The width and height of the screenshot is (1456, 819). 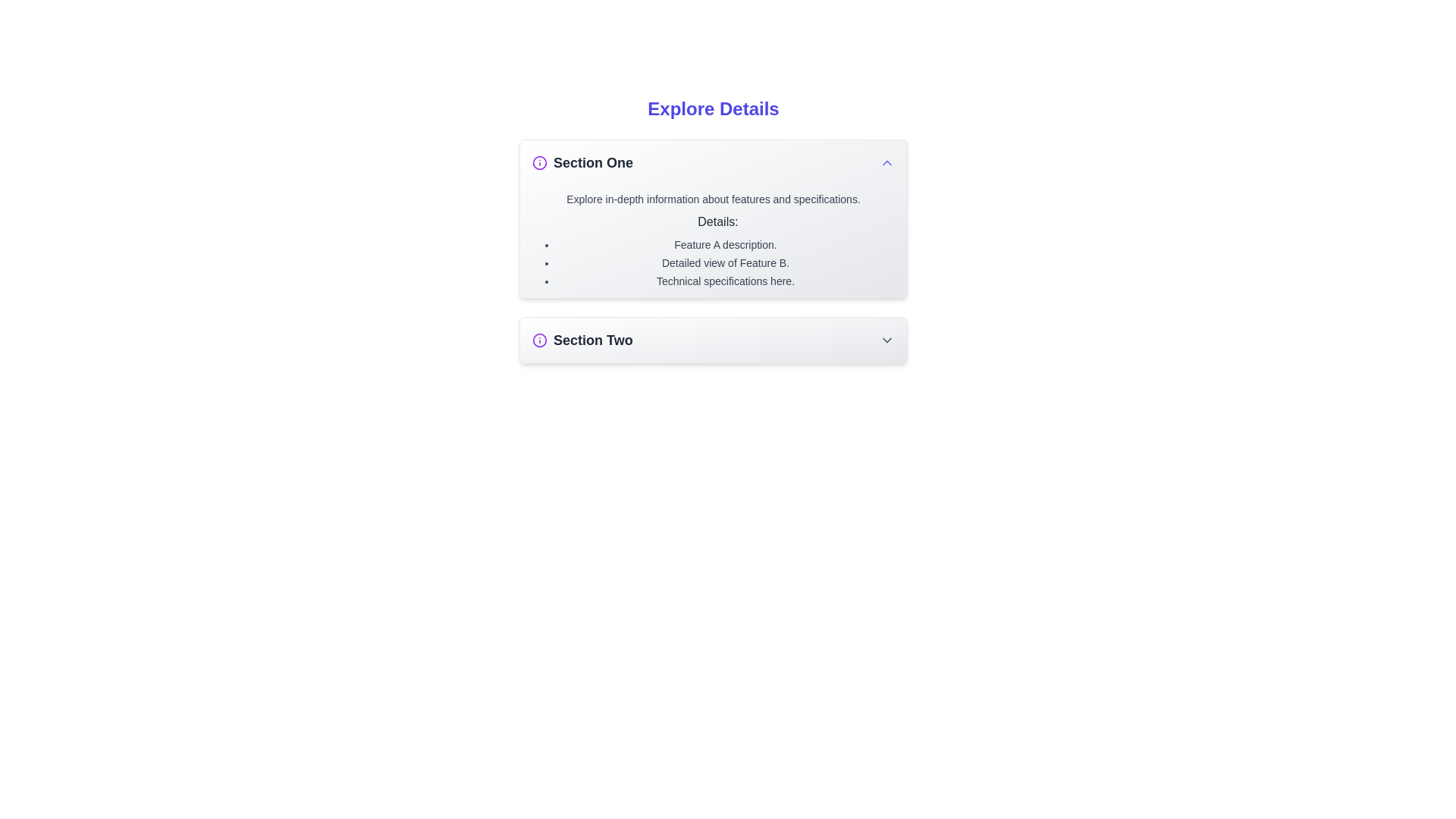 I want to click on the second item in the bulleted list within the 'Section One' details panel, which describes a detailed view of Feature B, so click(x=724, y=263).